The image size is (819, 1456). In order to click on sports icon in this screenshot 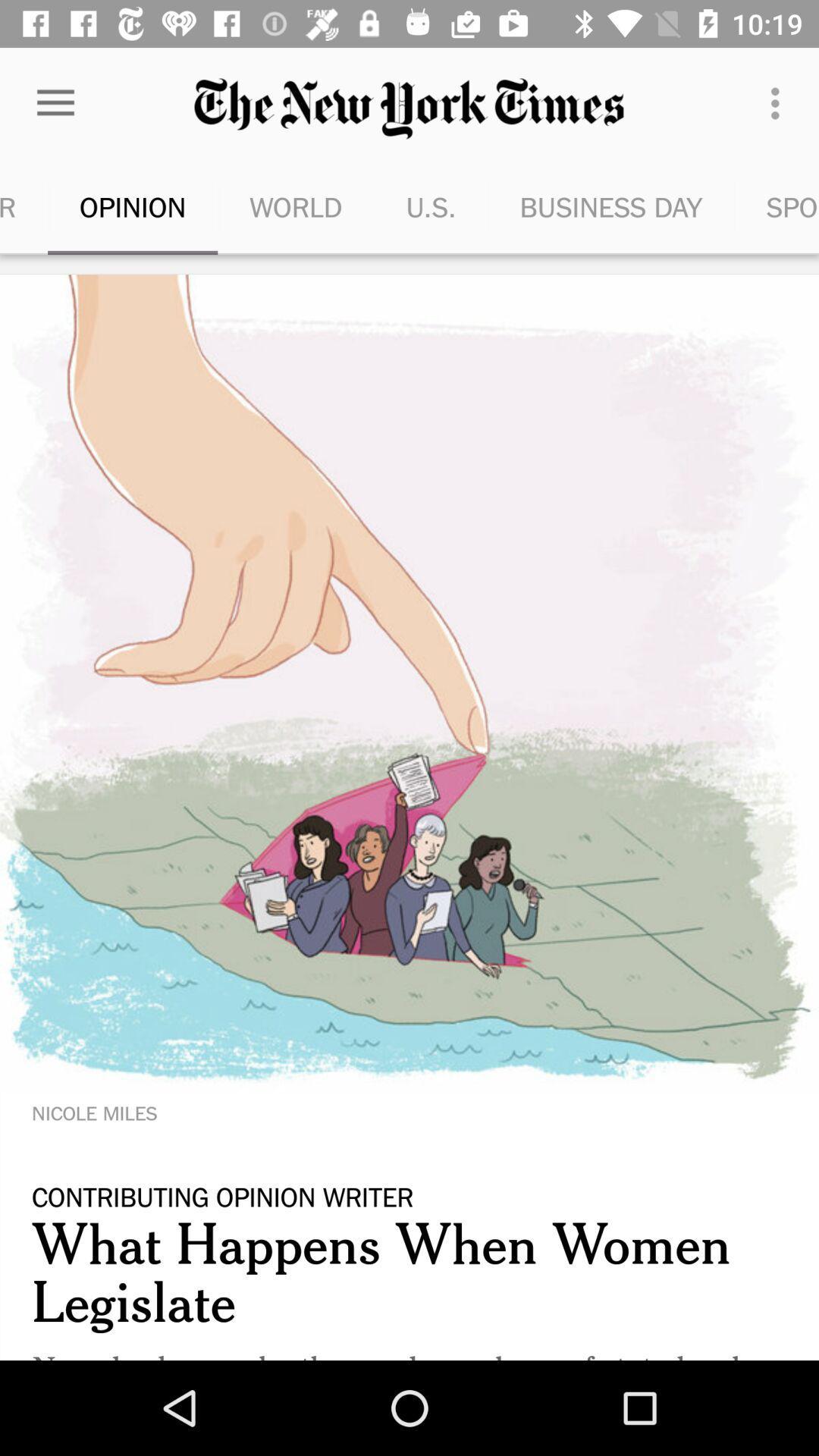, I will do `click(777, 206)`.